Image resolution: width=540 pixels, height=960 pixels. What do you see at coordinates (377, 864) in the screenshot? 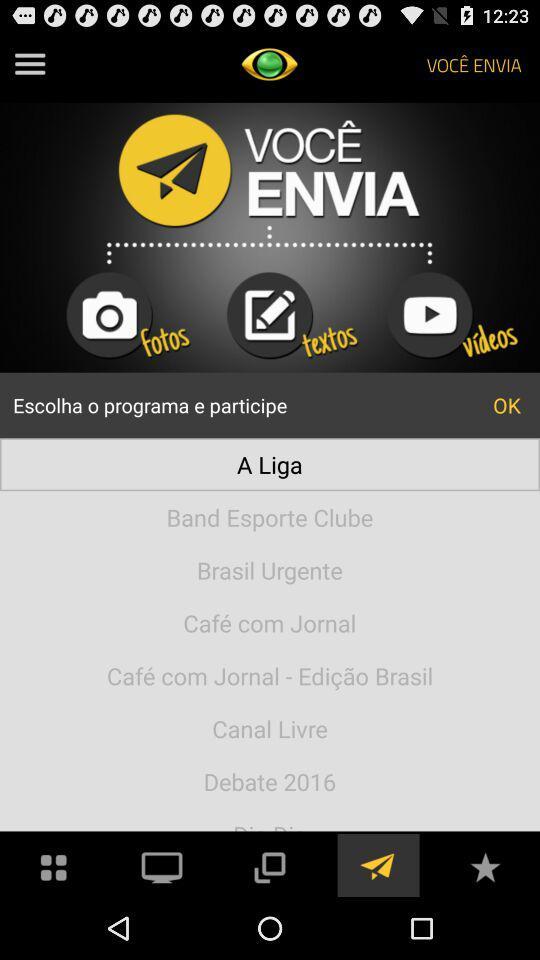
I see `send` at bounding box center [377, 864].